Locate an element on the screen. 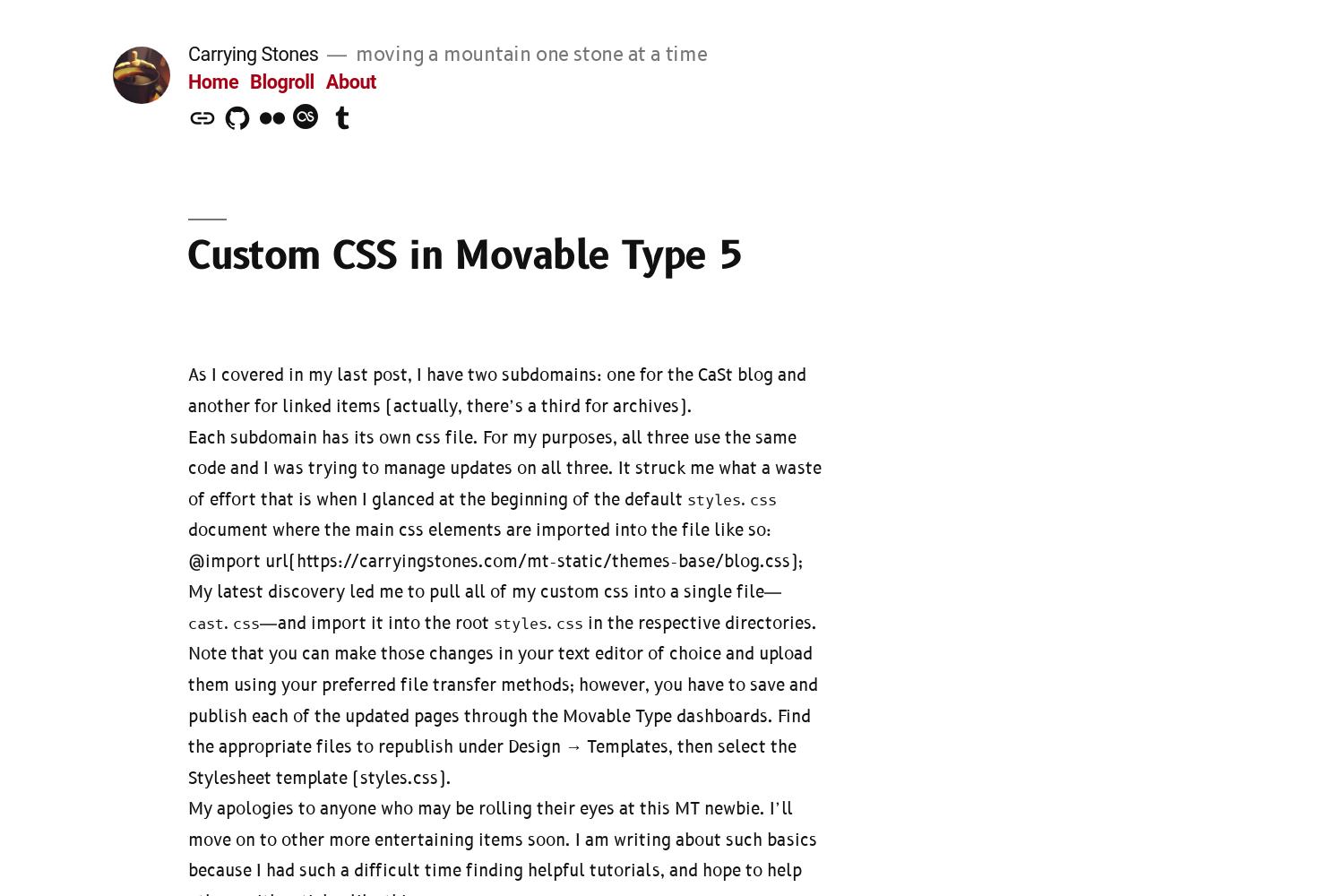  'cast.css' is located at coordinates (224, 623).